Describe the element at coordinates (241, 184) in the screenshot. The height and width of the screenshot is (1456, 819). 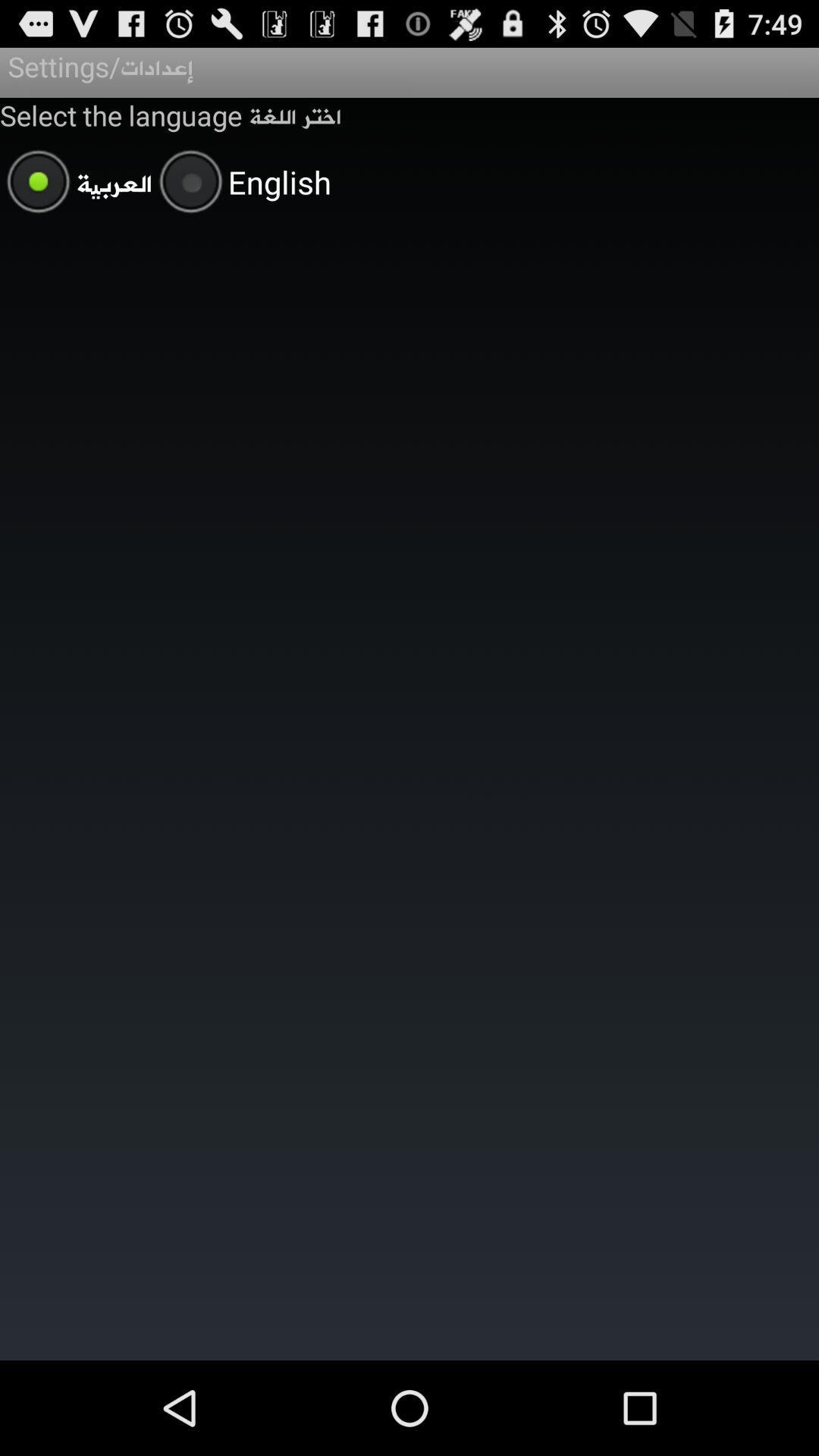
I see `the english radio button` at that location.